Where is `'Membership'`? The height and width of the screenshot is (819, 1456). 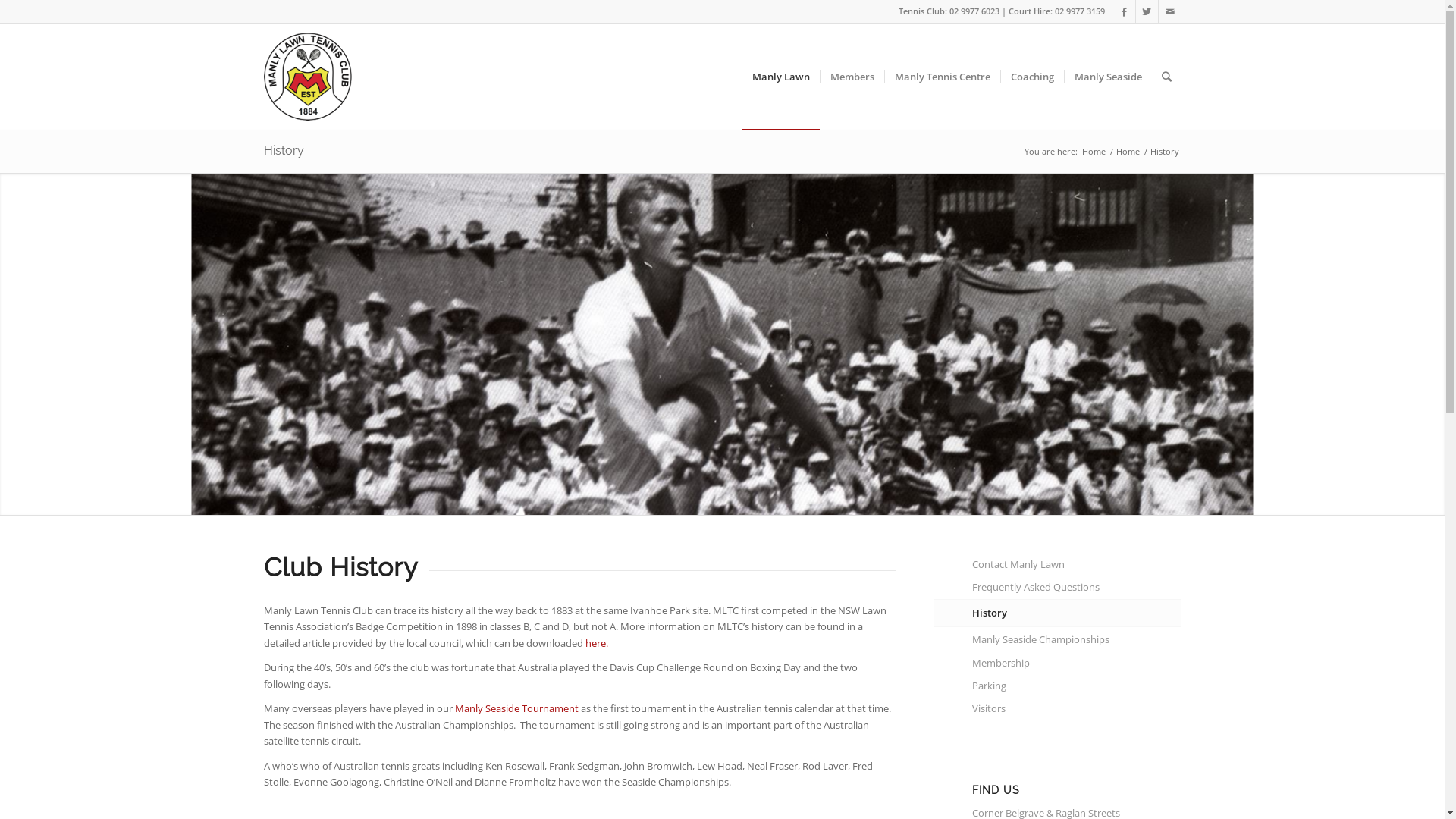 'Membership' is located at coordinates (1076, 663).